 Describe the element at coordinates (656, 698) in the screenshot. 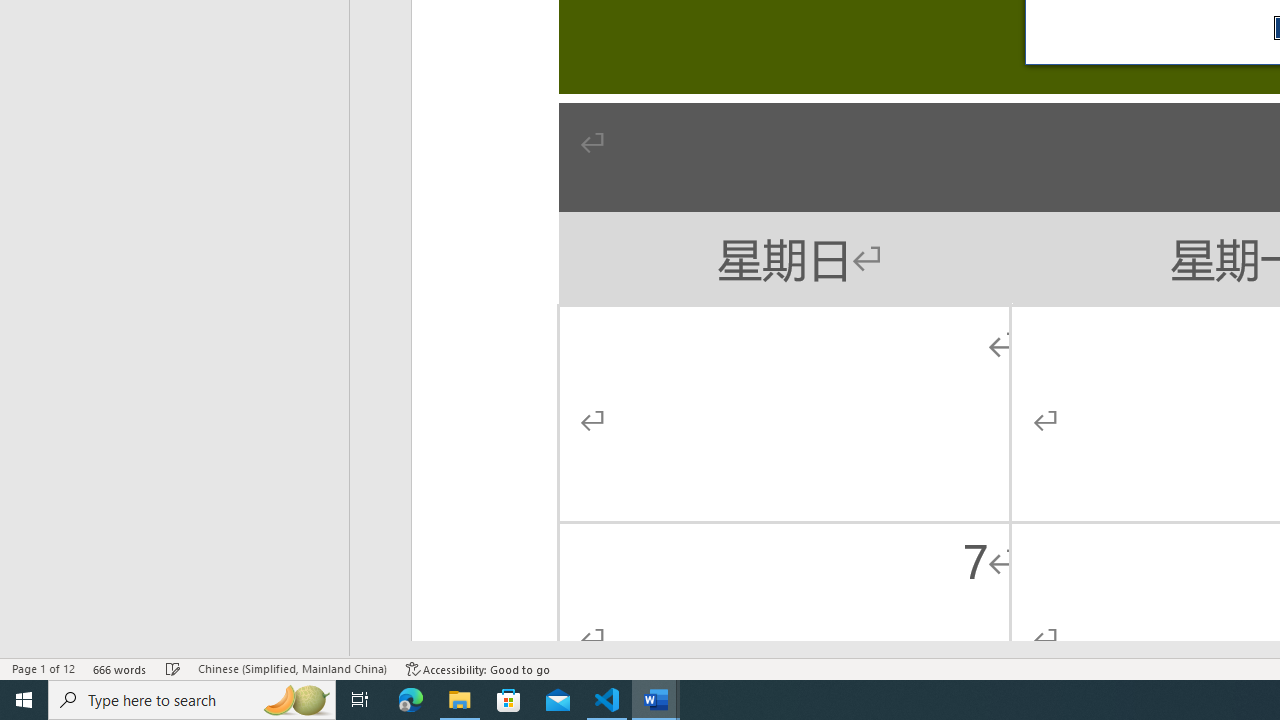

I see `'Word - 2 running windows'` at that location.